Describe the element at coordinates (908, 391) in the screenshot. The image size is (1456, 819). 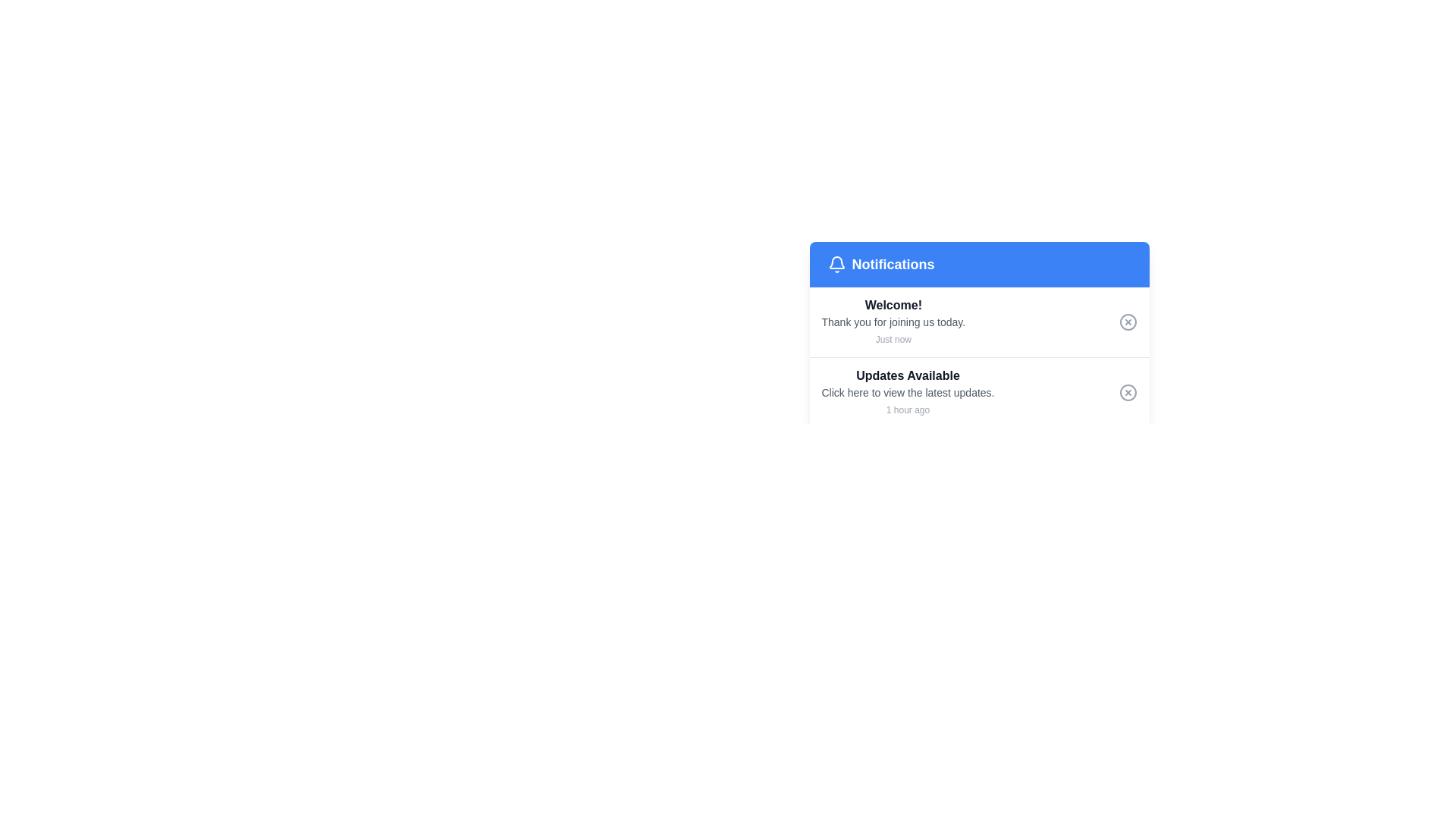
I see `information displayed in the second notification card under the header 'Notifications', which provides a summary and timestamp about the availability of updates` at that location.